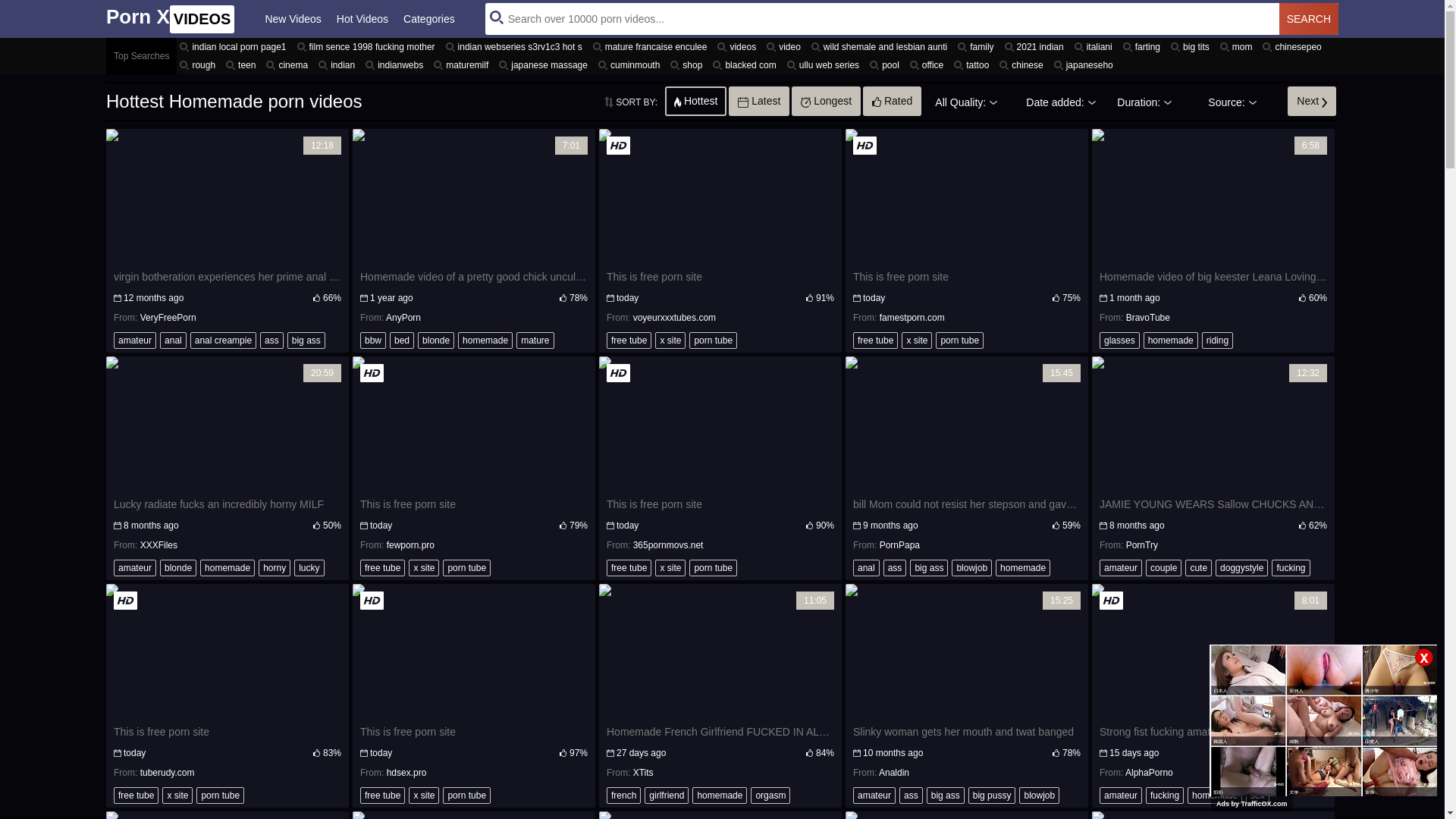 The height and width of the screenshot is (819, 1456). Describe the element at coordinates (712, 339) in the screenshot. I see `'porn tube'` at that location.